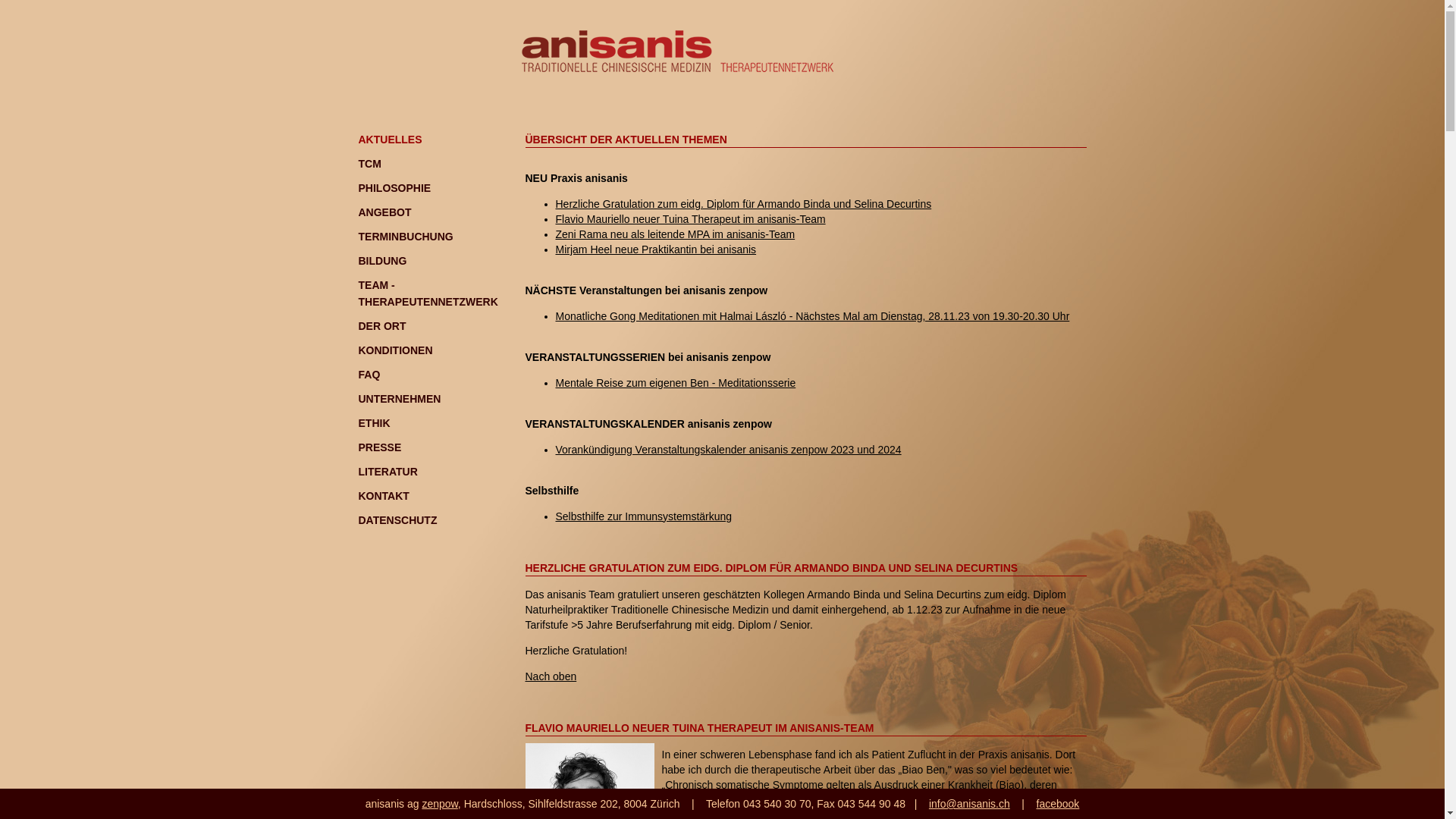  Describe the element at coordinates (381, 325) in the screenshot. I see `'DER ORT'` at that location.